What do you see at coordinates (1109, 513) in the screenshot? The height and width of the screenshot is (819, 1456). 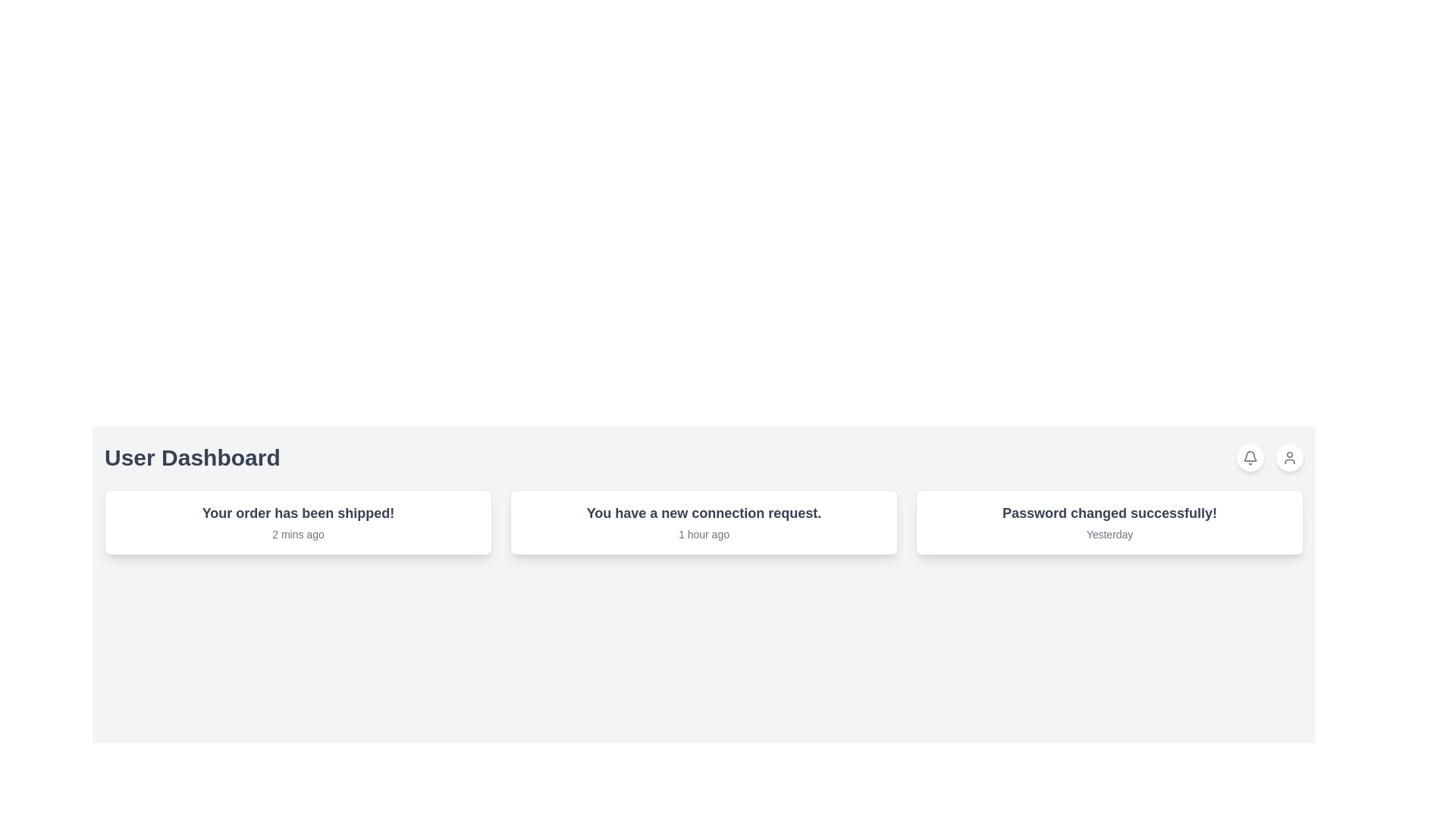 I see `the Text label indicating 'Password changed successfully! Yesterday' at the top of the card, which is the third card in a horizontal row on the dashboard` at bounding box center [1109, 513].